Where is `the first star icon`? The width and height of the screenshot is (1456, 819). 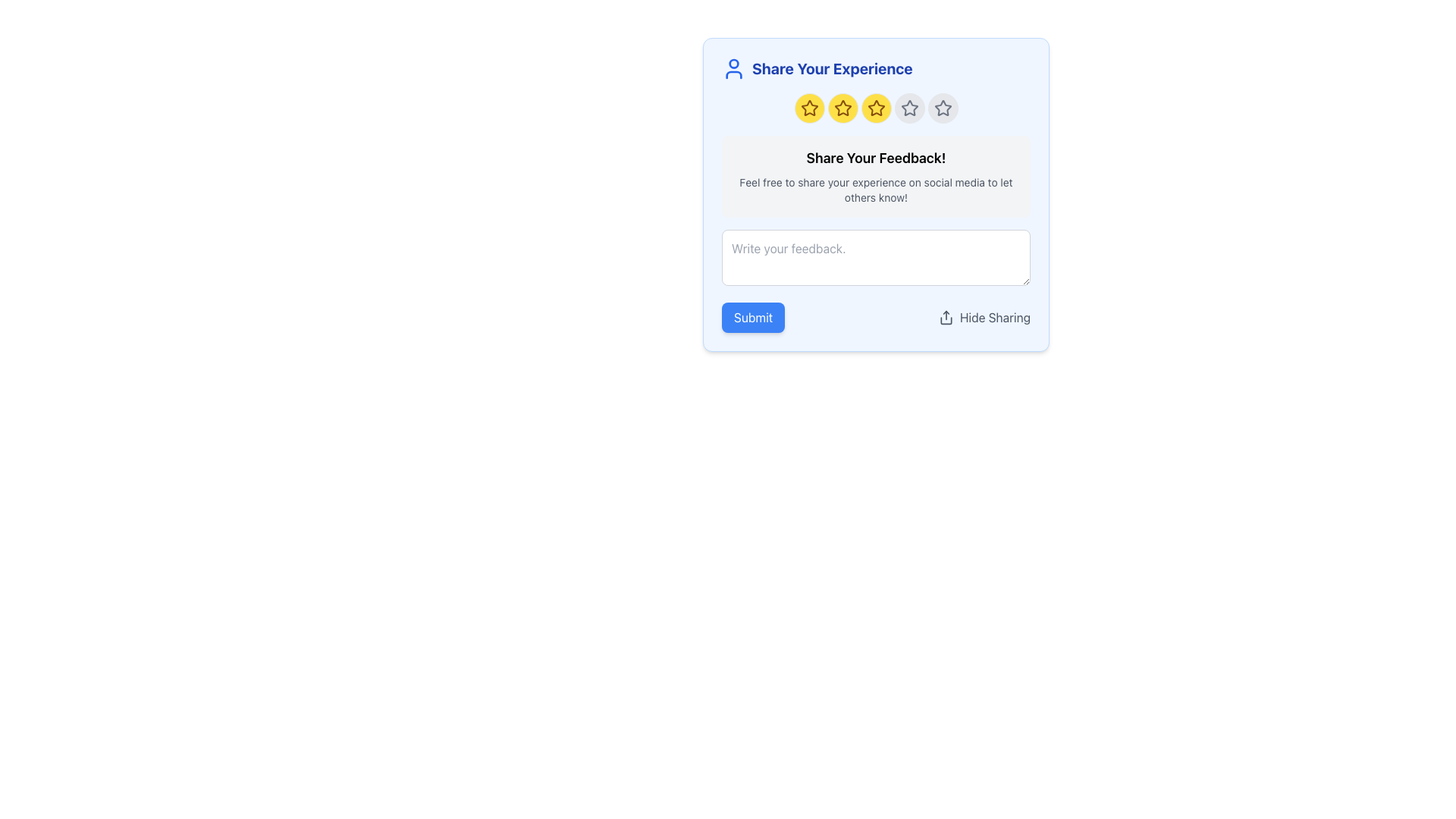
the first star icon is located at coordinates (808, 107).